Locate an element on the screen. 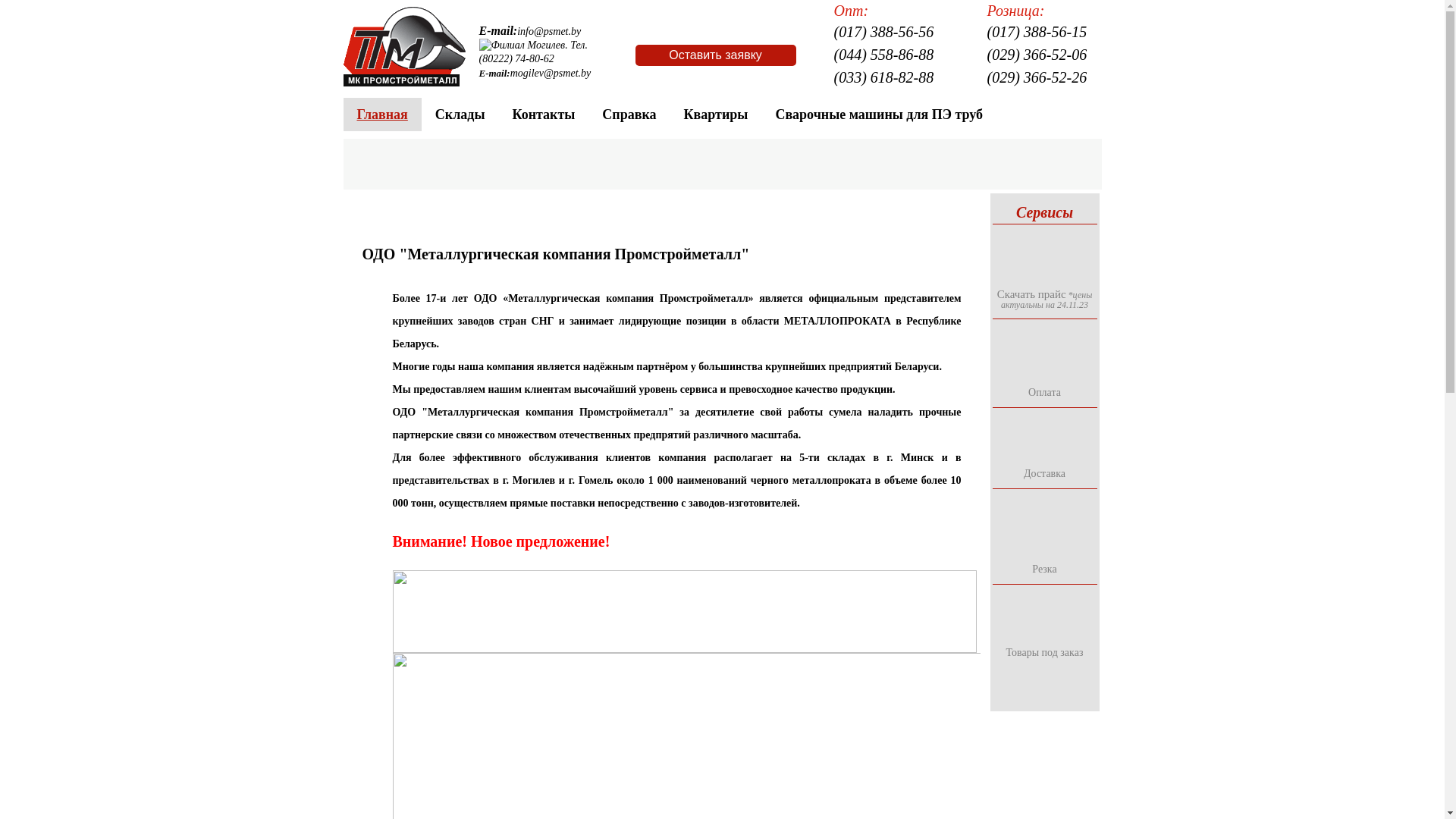  'info@psmet.by' is located at coordinates (548, 31).